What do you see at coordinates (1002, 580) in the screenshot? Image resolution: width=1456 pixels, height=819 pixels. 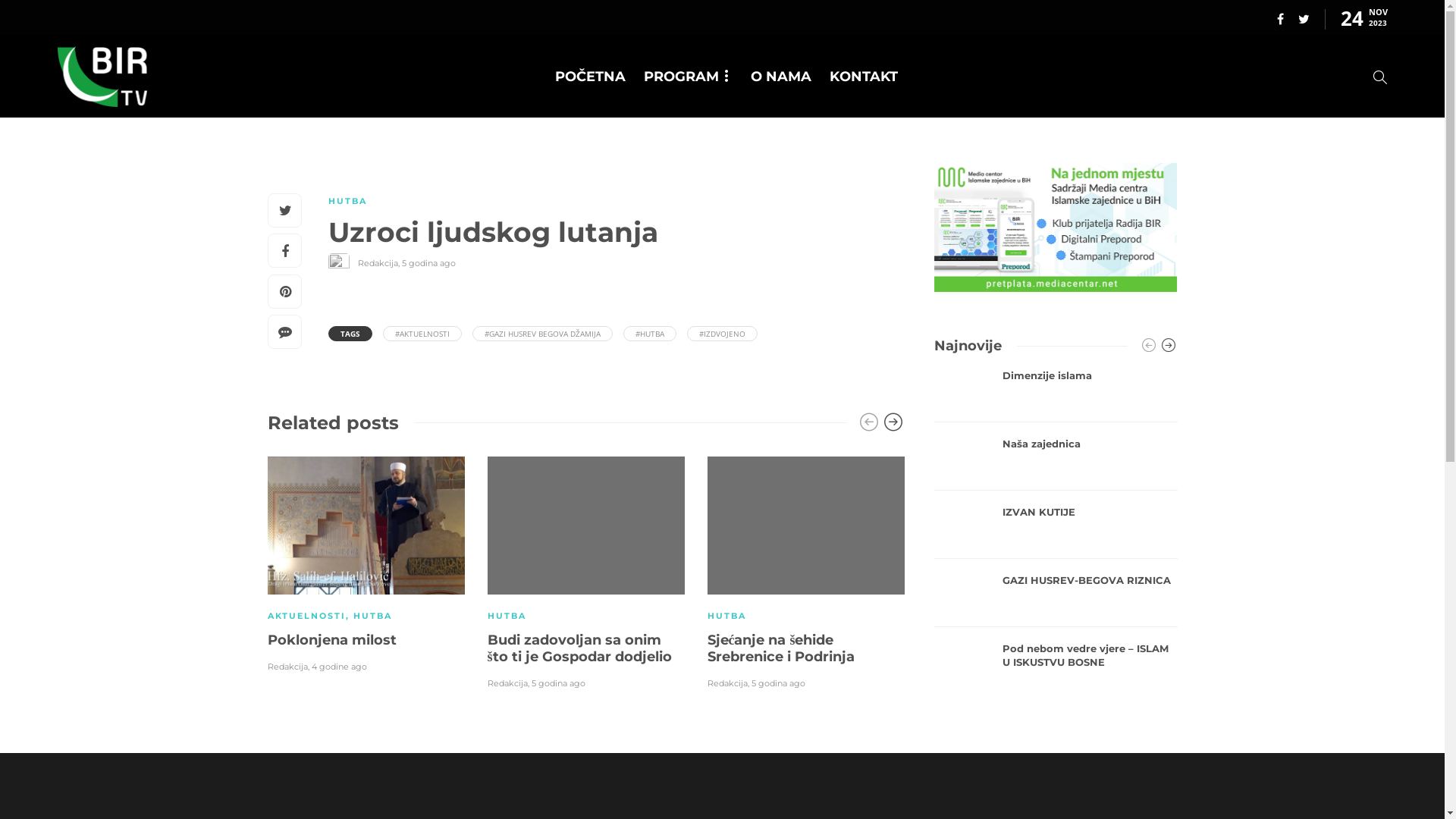 I see `'GAZI HUSREV-BEGOVA RIZNICA'` at bounding box center [1002, 580].